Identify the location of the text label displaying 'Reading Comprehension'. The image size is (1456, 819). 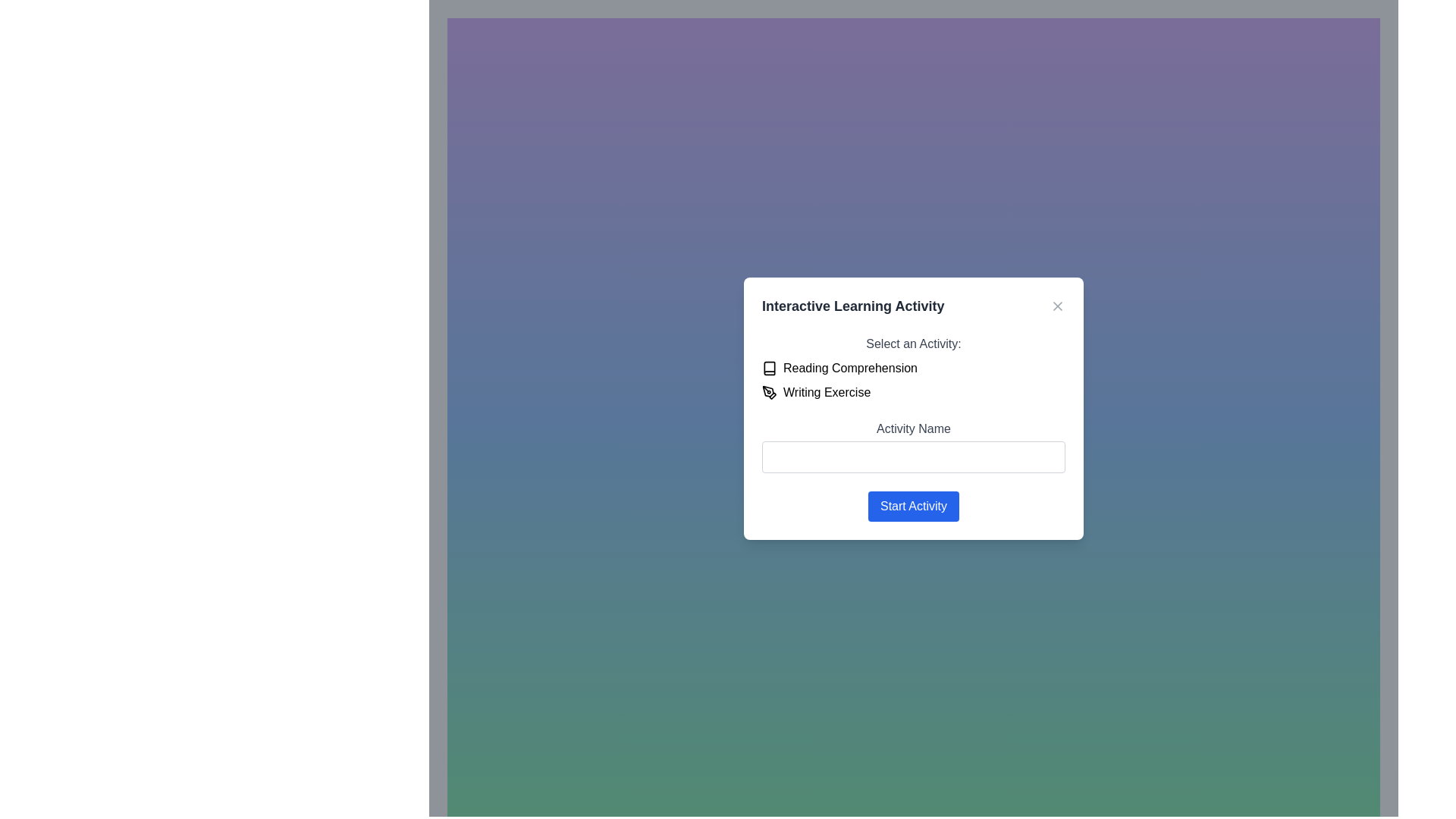
(850, 368).